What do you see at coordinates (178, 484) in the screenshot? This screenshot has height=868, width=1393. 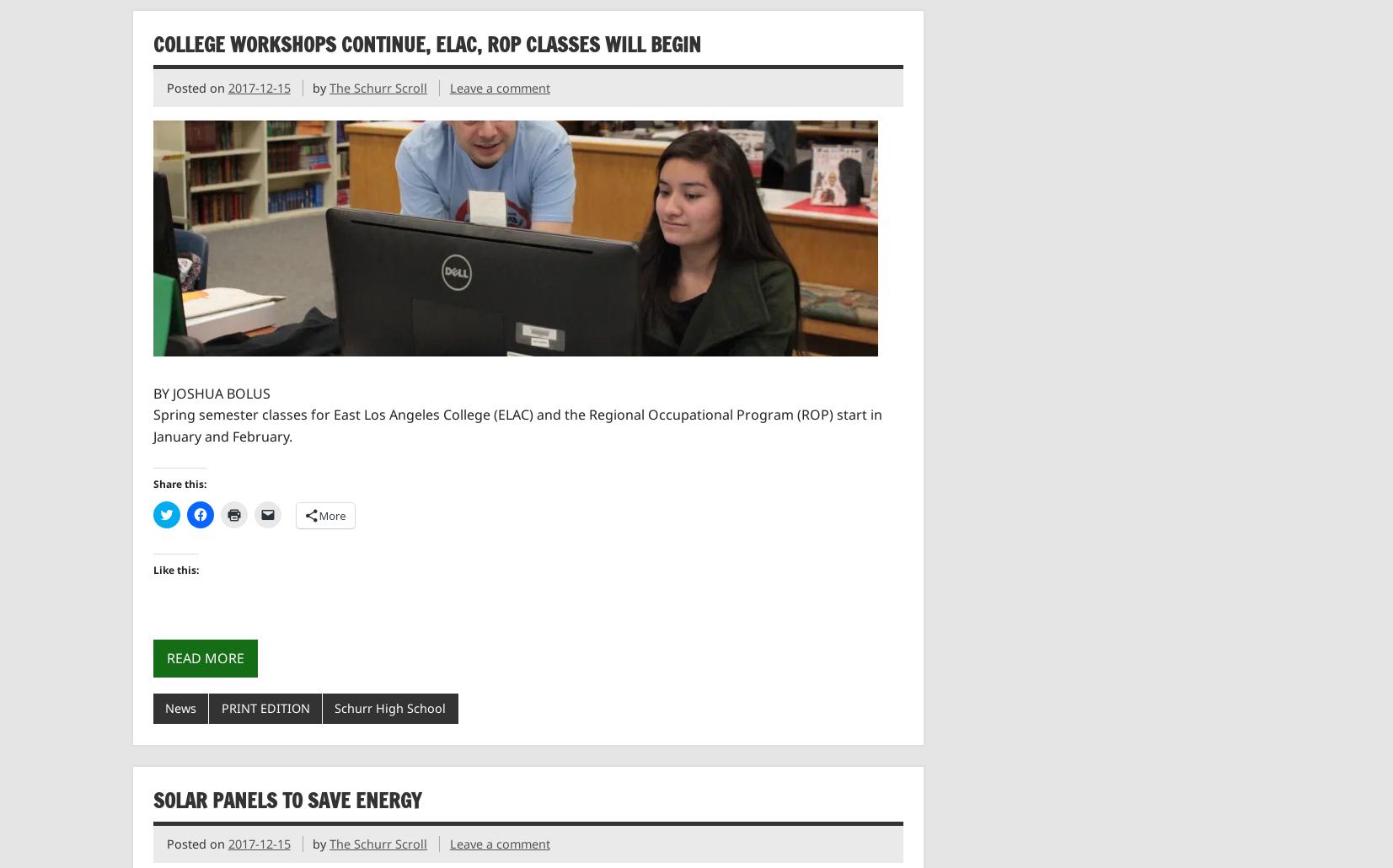 I see `'Share this:'` at bounding box center [178, 484].